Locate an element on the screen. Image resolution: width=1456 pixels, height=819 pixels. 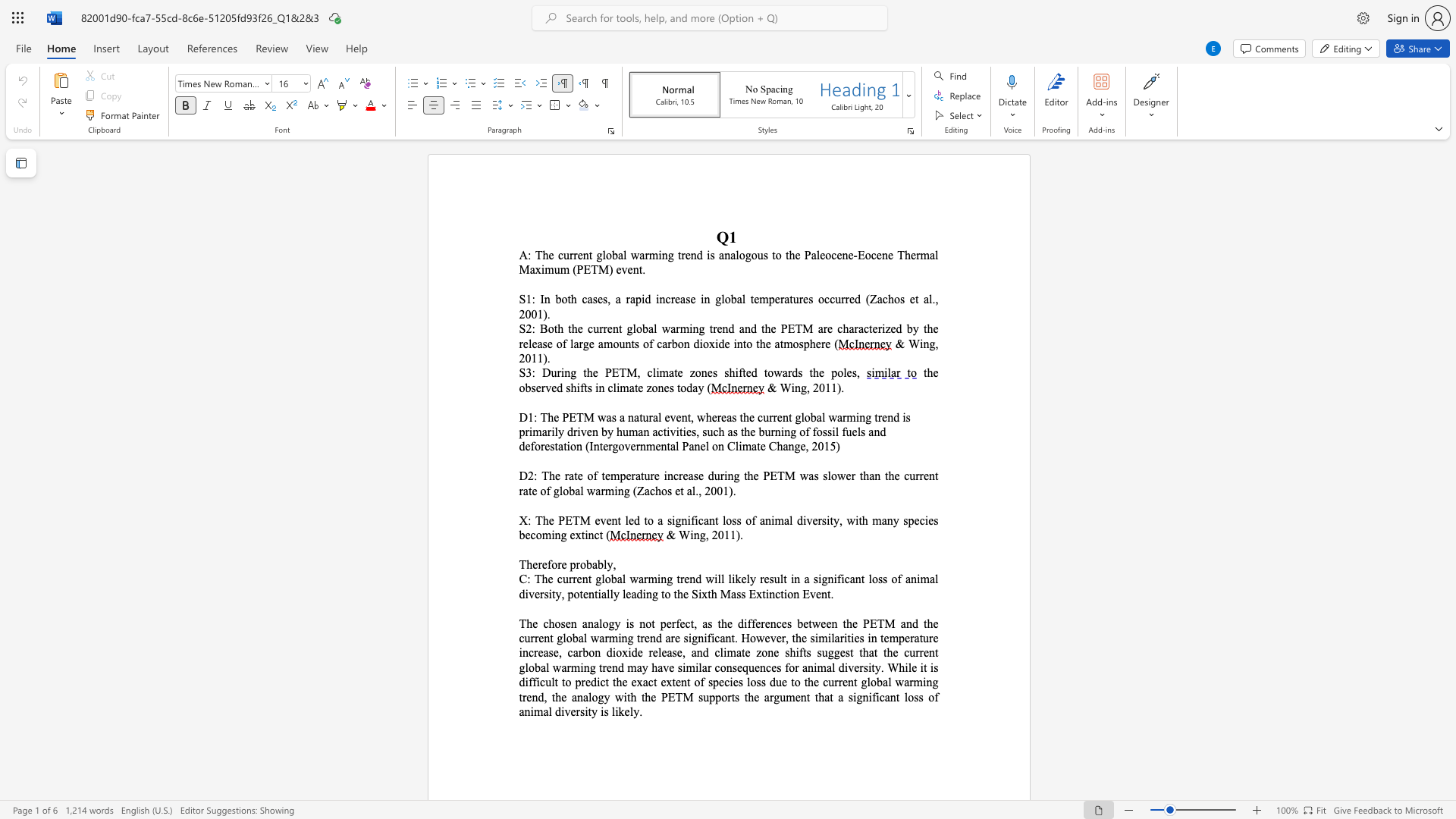
the subset text "011" within the text "& Wing, 2011)." is located at coordinates (525, 358).